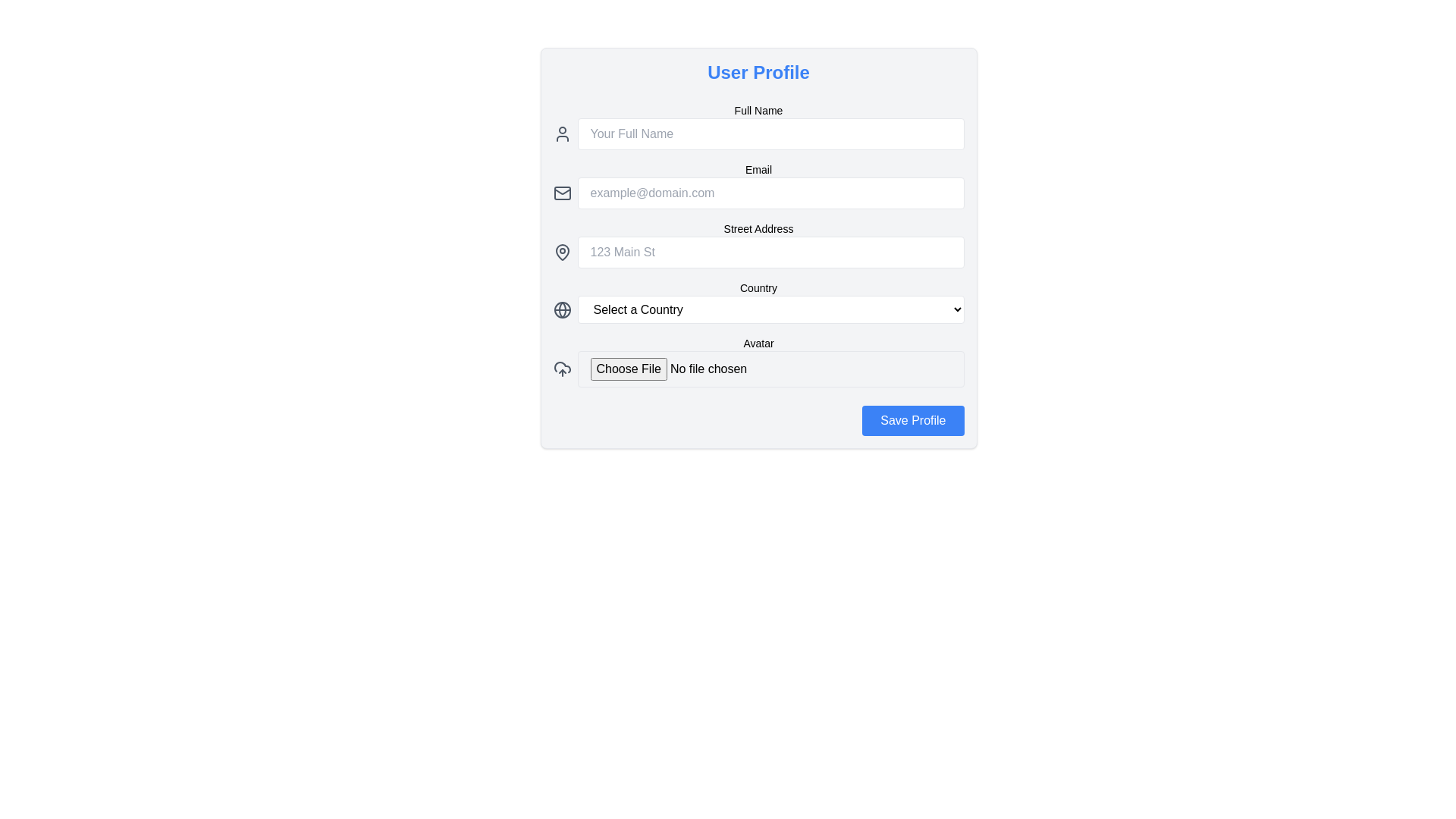 The width and height of the screenshot is (1456, 819). I want to click on the 'Email' input field, which is the second field in the 'User Profile' section, so click(758, 185).